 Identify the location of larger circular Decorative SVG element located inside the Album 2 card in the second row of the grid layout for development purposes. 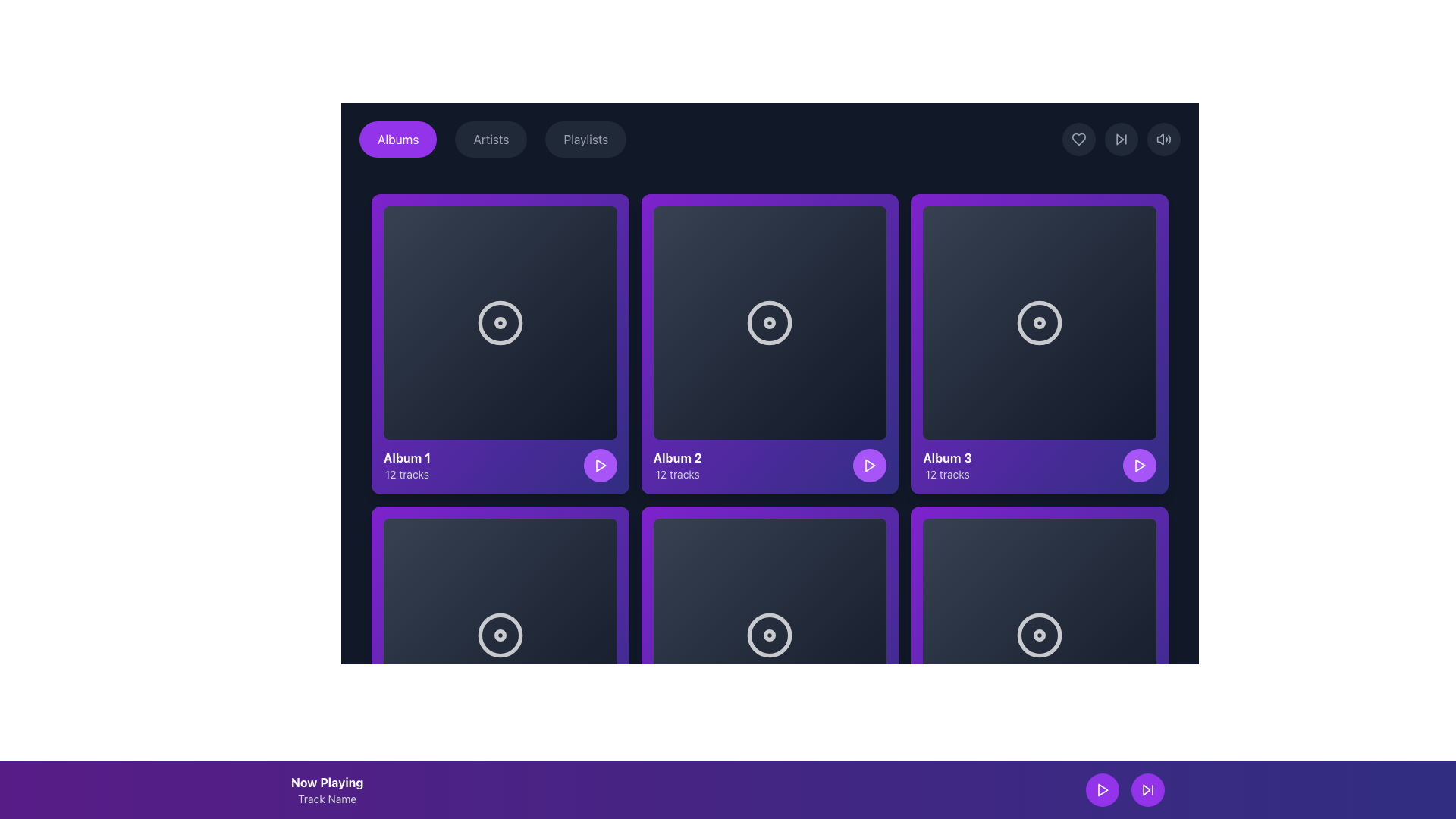
(770, 322).